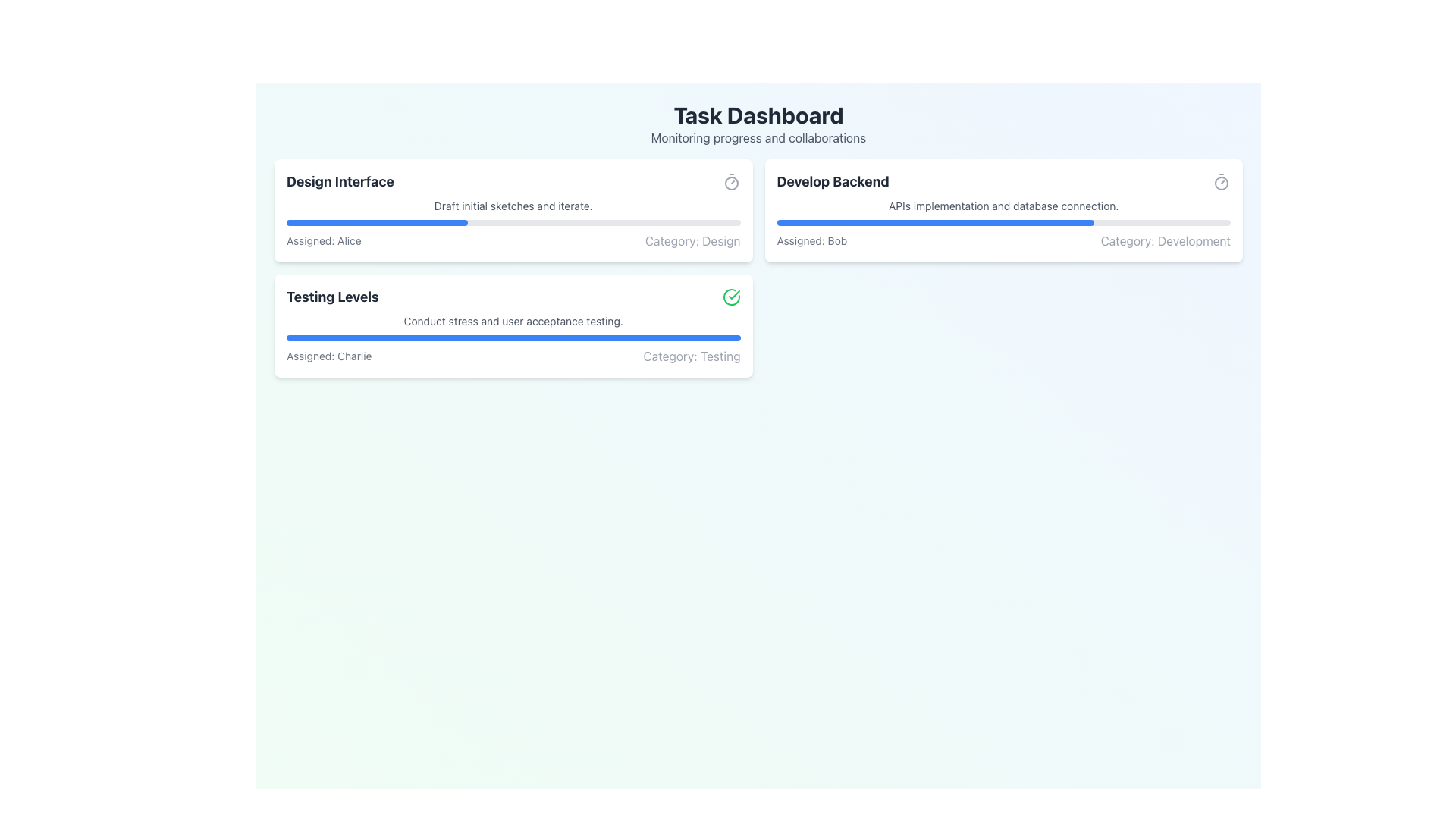 This screenshot has height=819, width=1456. What do you see at coordinates (513, 337) in the screenshot?
I see `the horizontal progress bar located within the 'Testing Levels' card, which is filled with blue and has a light gray background, positioned below the text 'Conduct stress and user acceptance testing.'` at bounding box center [513, 337].